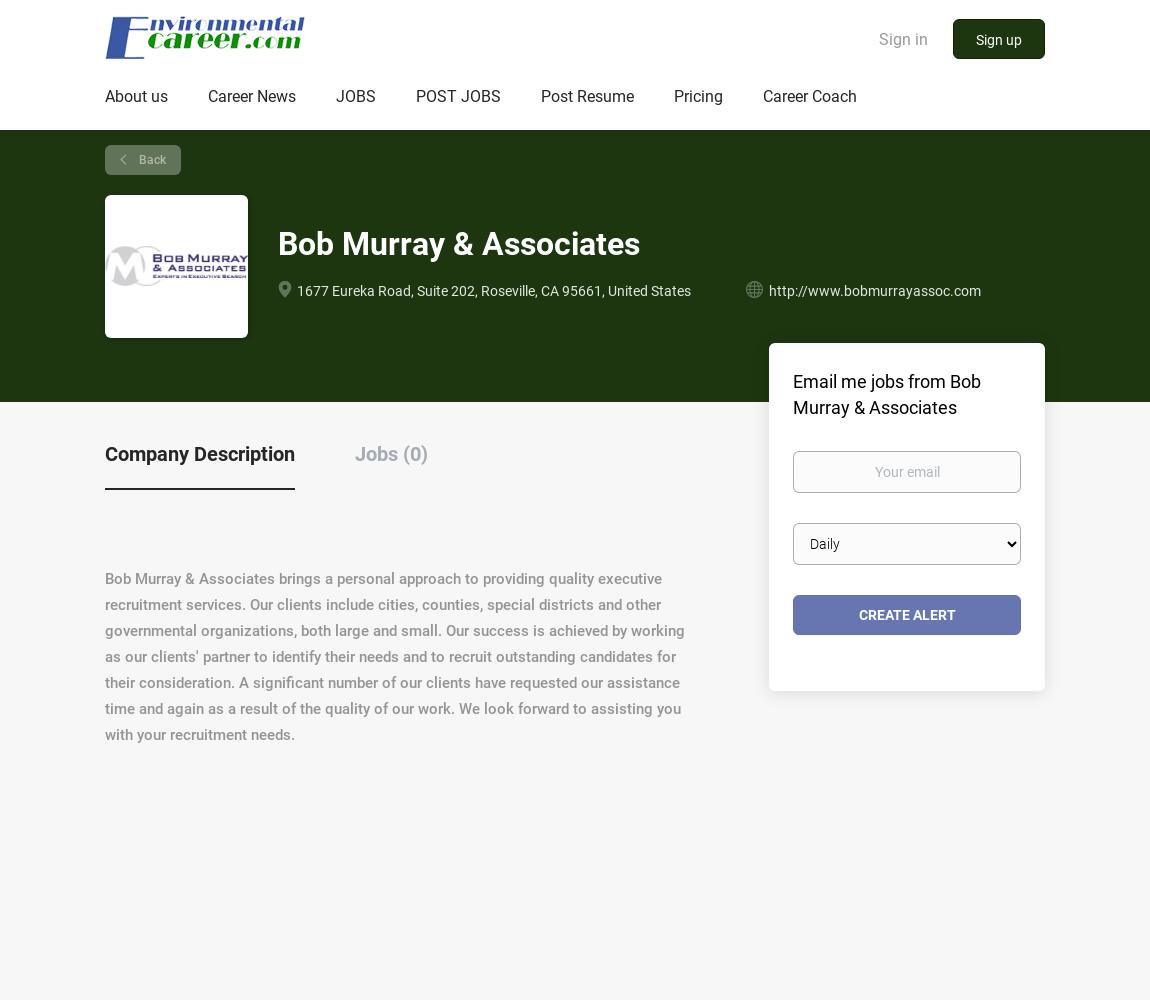  I want to click on 'Email me jobs from Bob Murray & Associates', so click(886, 393).